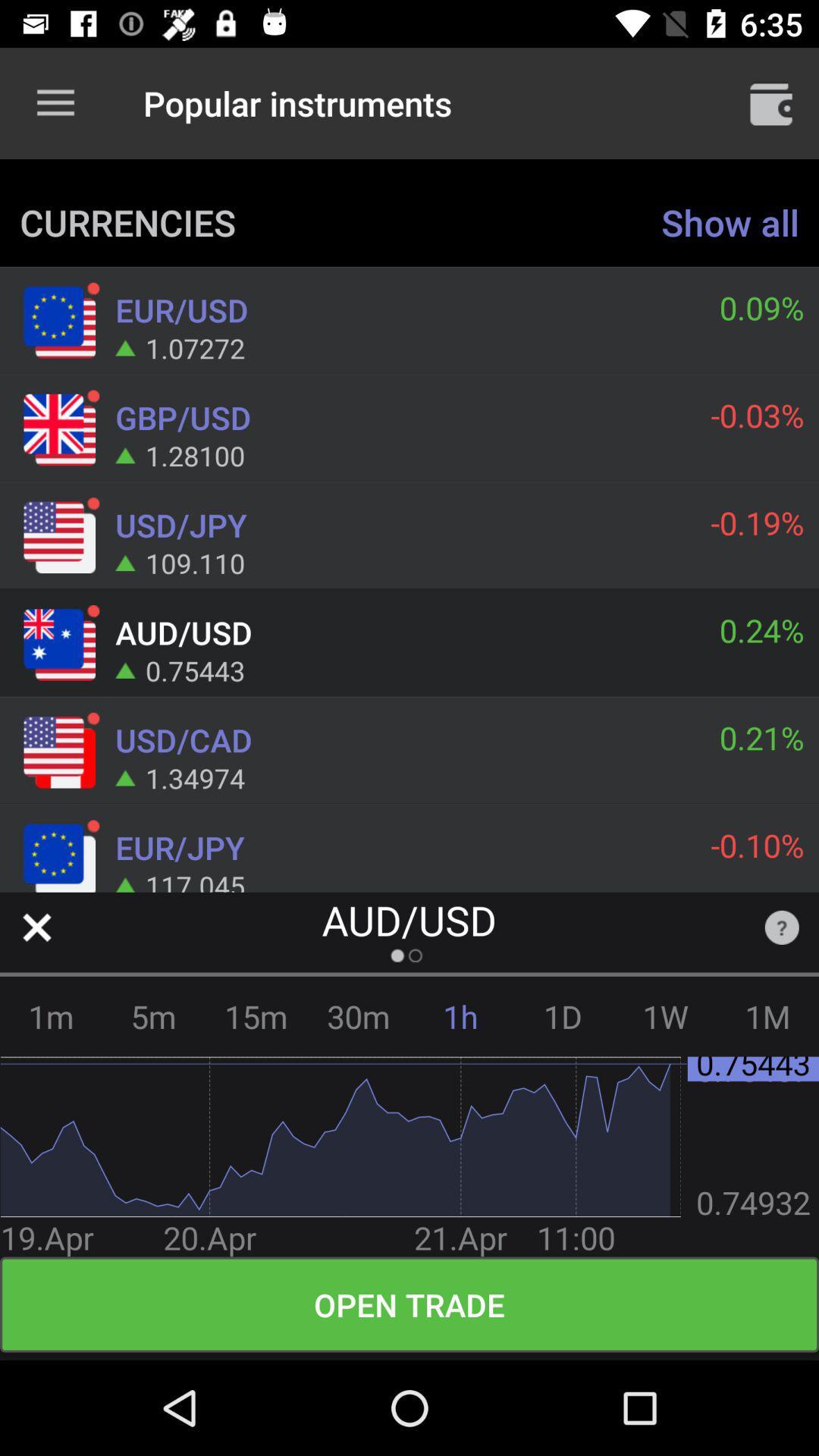 The height and width of the screenshot is (1456, 819). Describe the element at coordinates (460, 1016) in the screenshot. I see `1h icon` at that location.